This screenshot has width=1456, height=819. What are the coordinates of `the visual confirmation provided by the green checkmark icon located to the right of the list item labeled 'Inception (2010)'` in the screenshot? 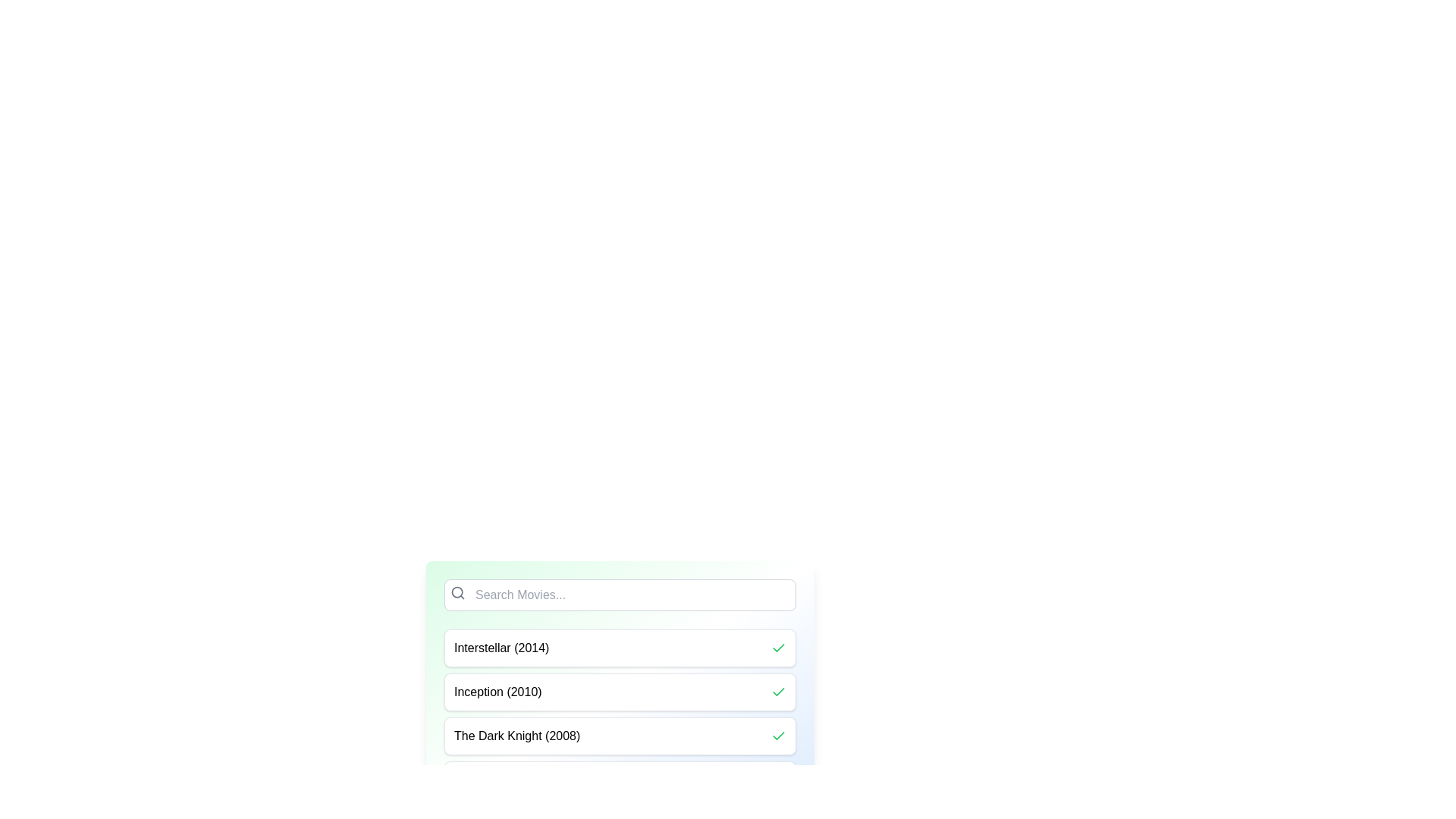 It's located at (779, 648).